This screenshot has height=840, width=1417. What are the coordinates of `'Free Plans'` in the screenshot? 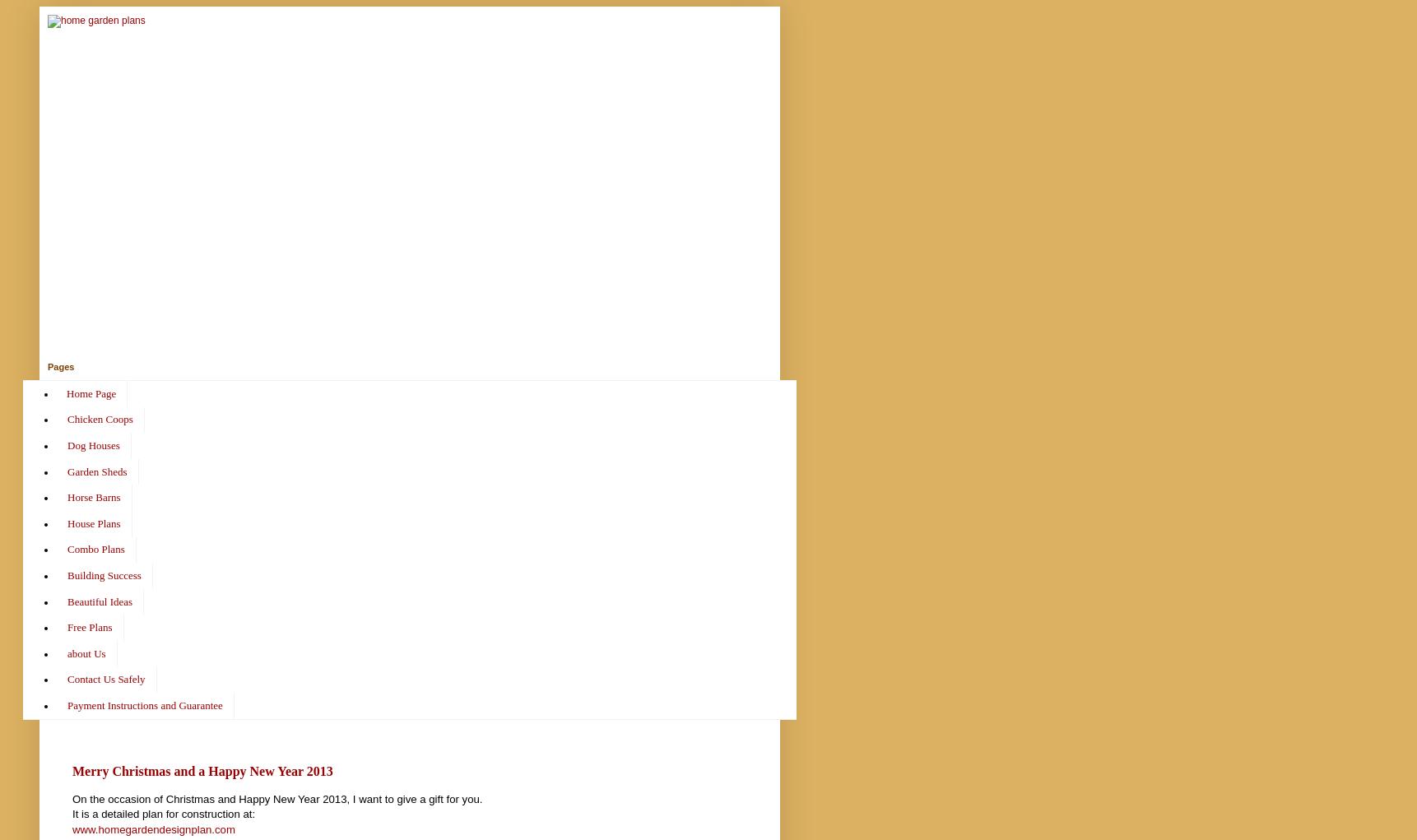 It's located at (89, 627).